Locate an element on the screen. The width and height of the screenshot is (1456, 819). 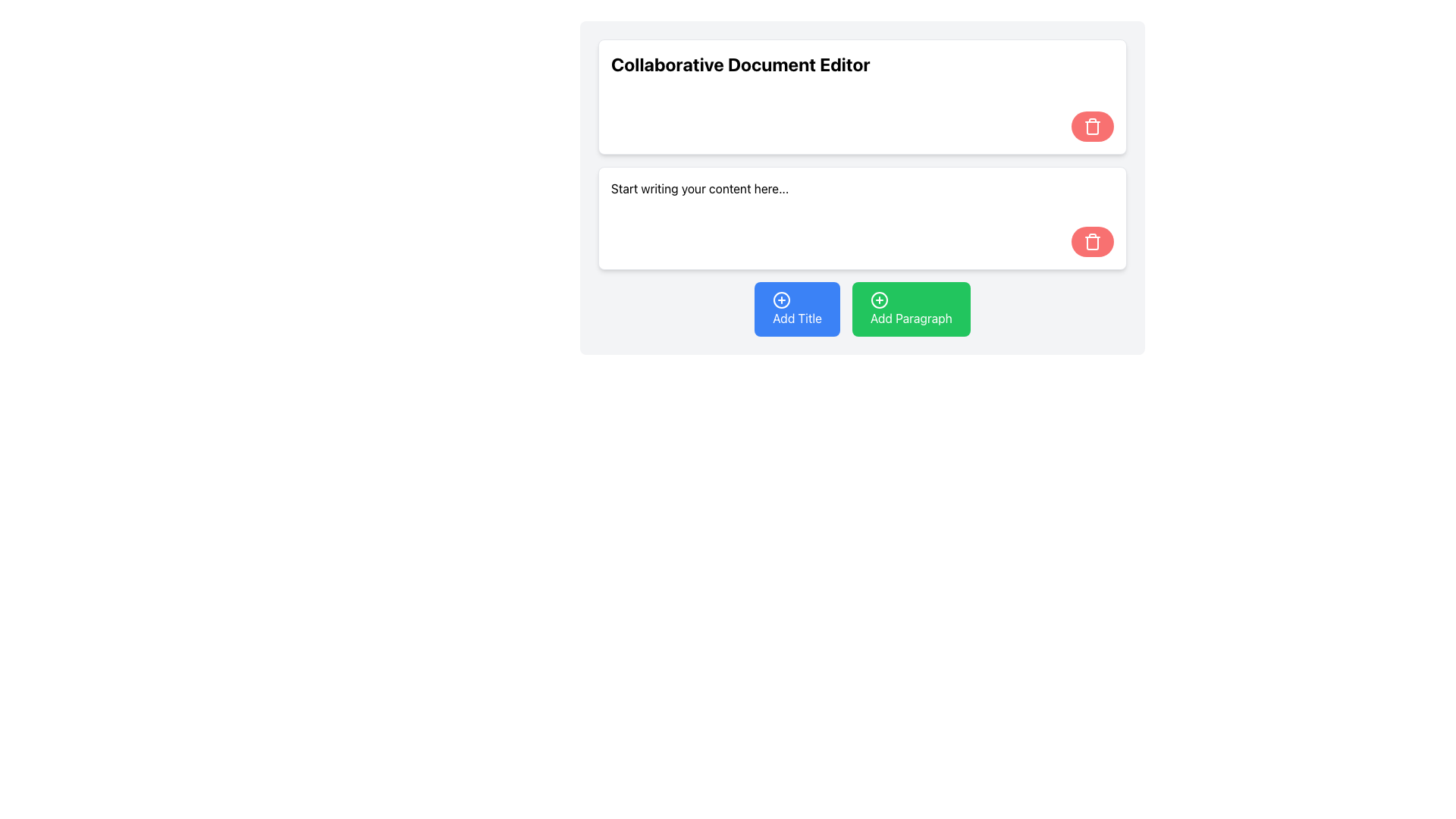
the delete button located in the bottom-right corner of the second editable content area is located at coordinates (1092, 241).